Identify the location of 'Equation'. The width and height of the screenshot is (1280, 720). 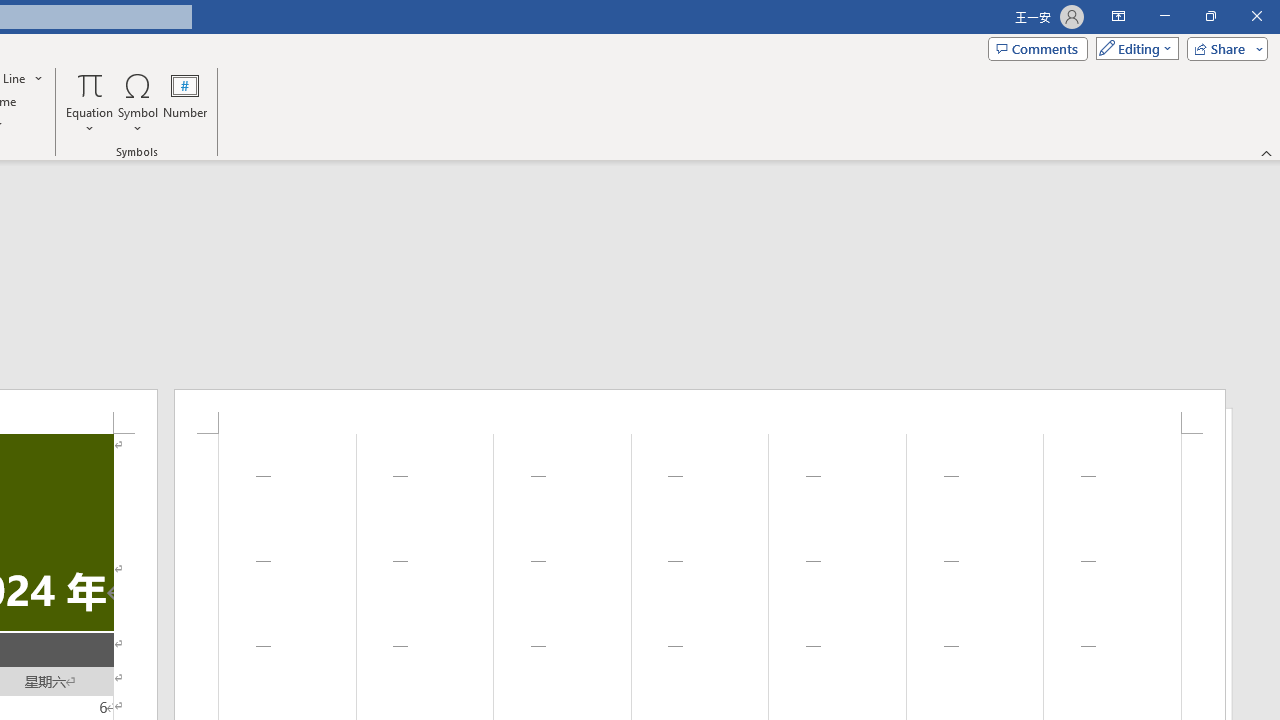
(89, 103).